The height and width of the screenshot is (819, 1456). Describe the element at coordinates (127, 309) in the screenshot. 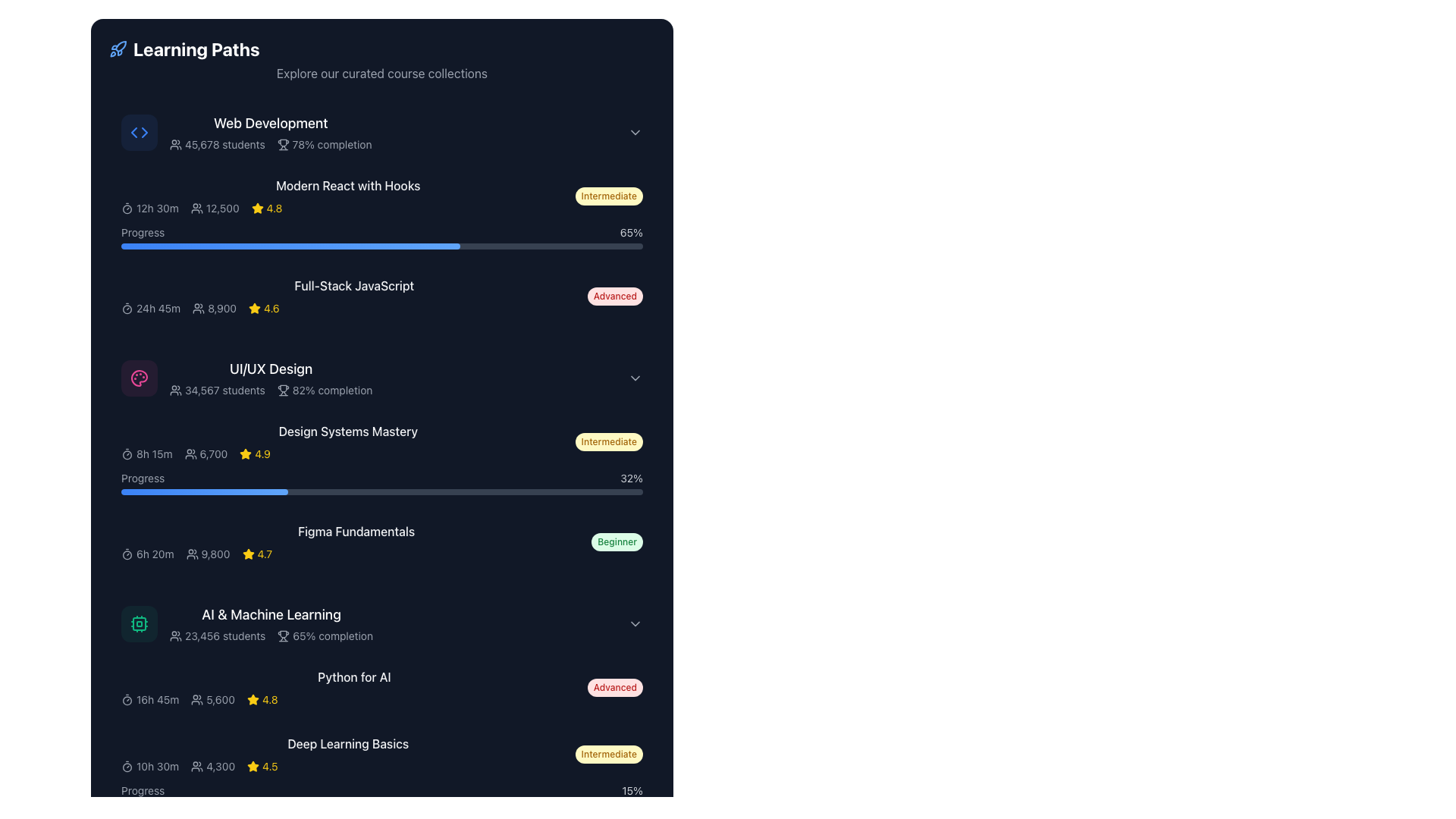

I see `circular SVG graphic element representing the timer icon adjacent to the text '24h 45m' in the 'Full-Stack JavaScript' section of the 'Learning Paths' interface` at that location.